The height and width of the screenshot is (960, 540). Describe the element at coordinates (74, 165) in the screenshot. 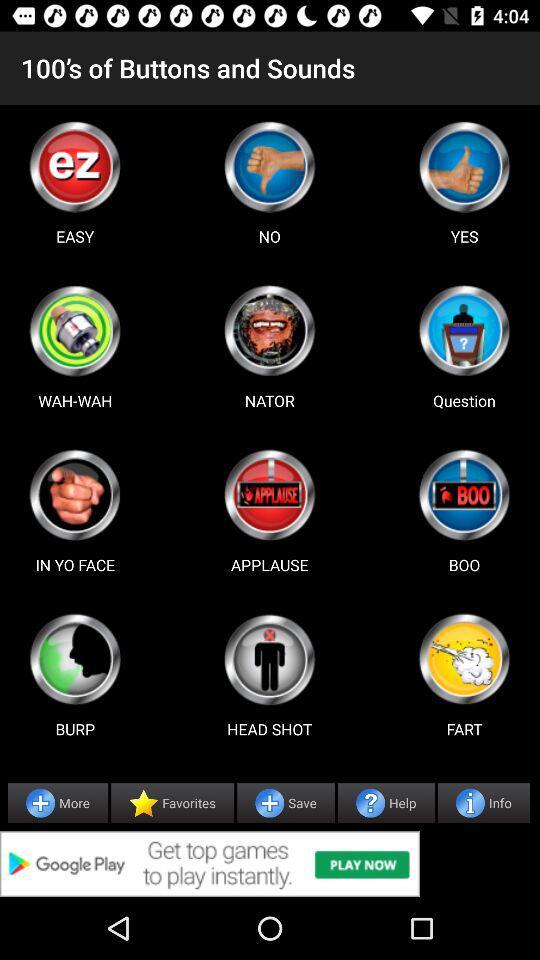

I see `ez sounds` at that location.